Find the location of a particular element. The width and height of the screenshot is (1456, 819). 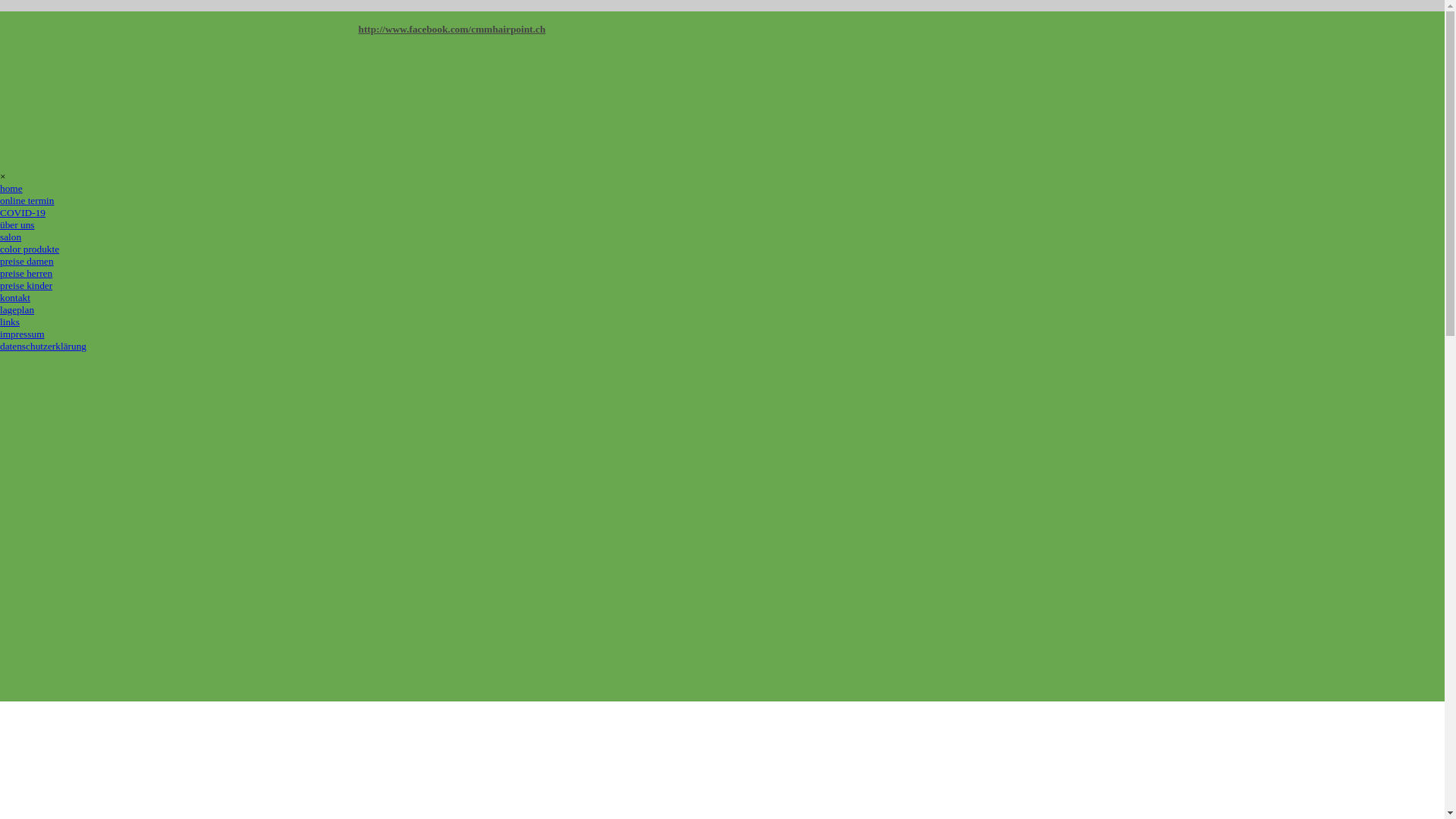

'kontakt' is located at coordinates (0, 297).